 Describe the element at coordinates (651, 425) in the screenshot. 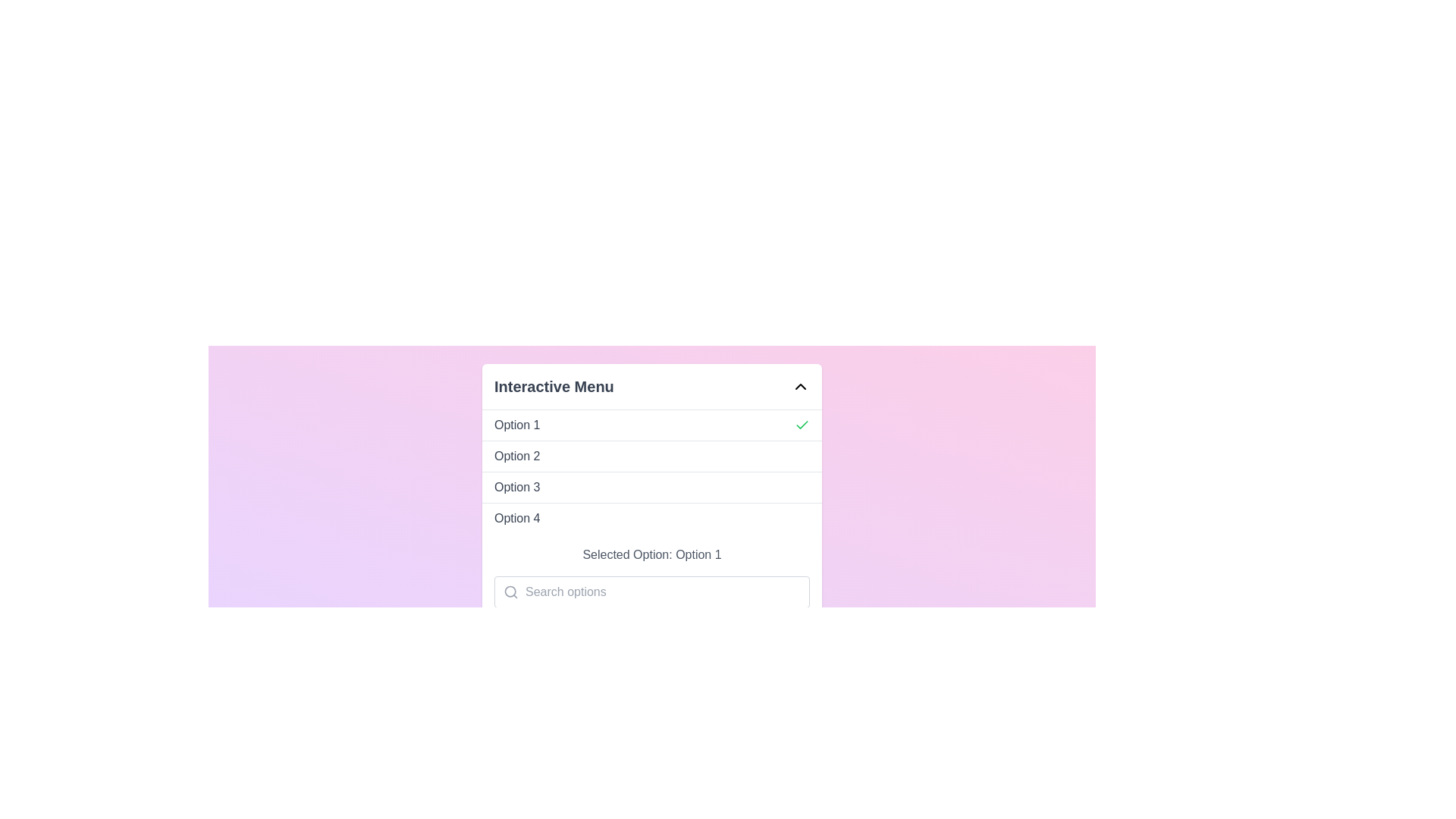

I see `the first selectable option in the dropdown menu labeled 'Option 1', which is indicated by a green checkmark as currently selected` at that location.